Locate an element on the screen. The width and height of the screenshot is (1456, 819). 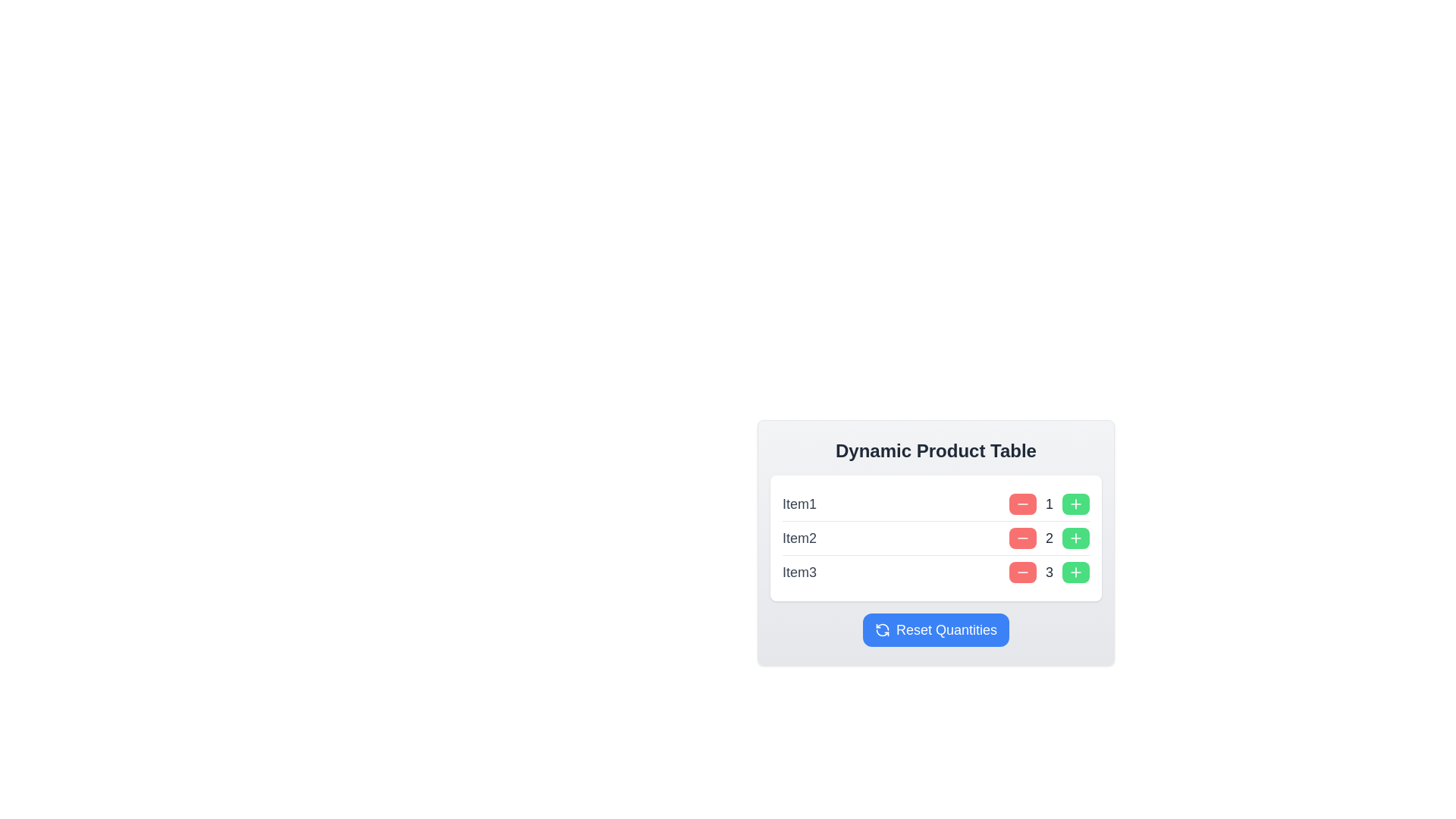
the decrement button in the second row of the table to activate keyboard interactions is located at coordinates (1022, 537).